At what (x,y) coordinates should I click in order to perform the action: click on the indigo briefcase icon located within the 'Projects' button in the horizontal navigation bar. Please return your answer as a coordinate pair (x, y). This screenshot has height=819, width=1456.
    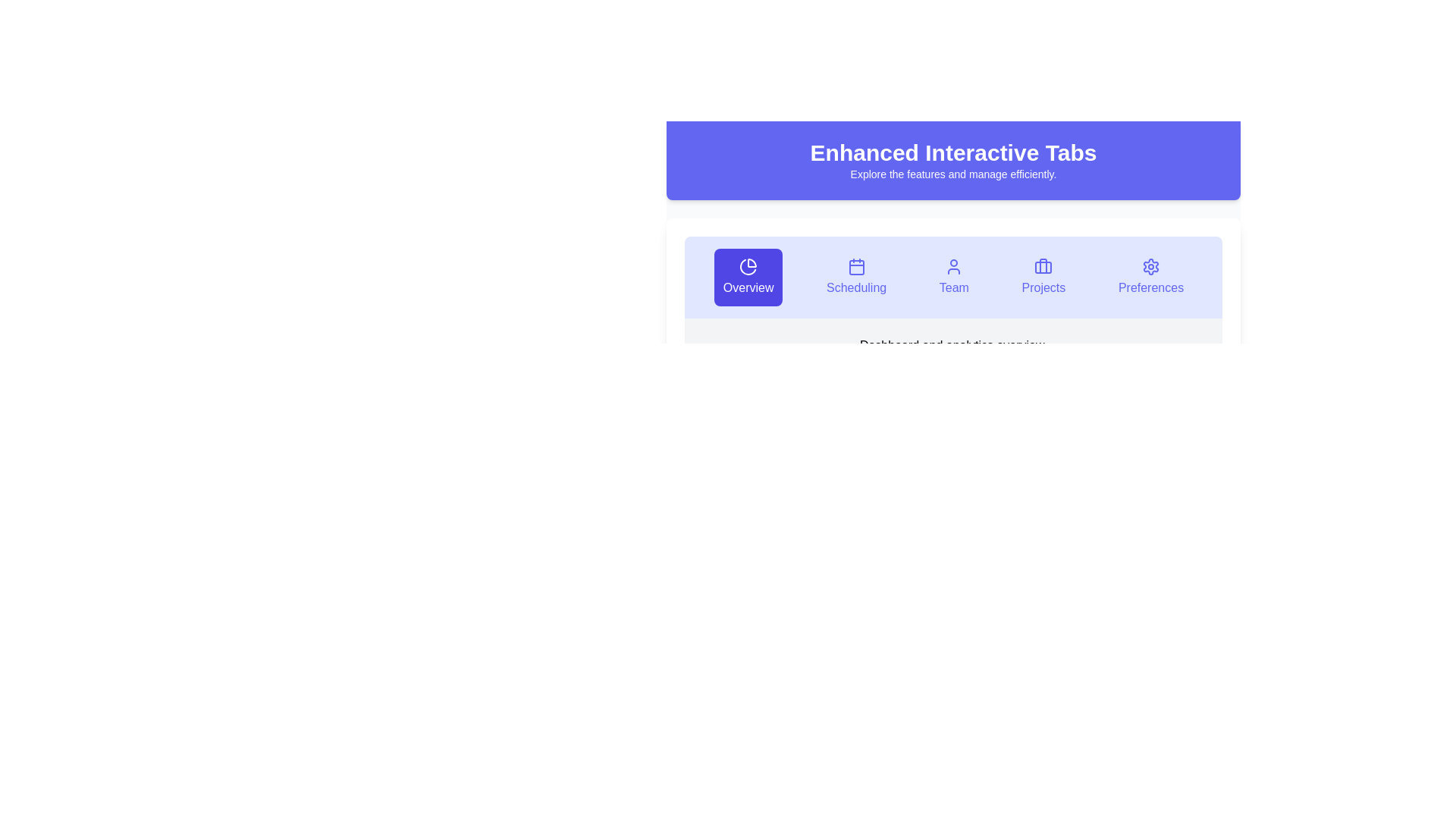
    Looking at the image, I should click on (1043, 265).